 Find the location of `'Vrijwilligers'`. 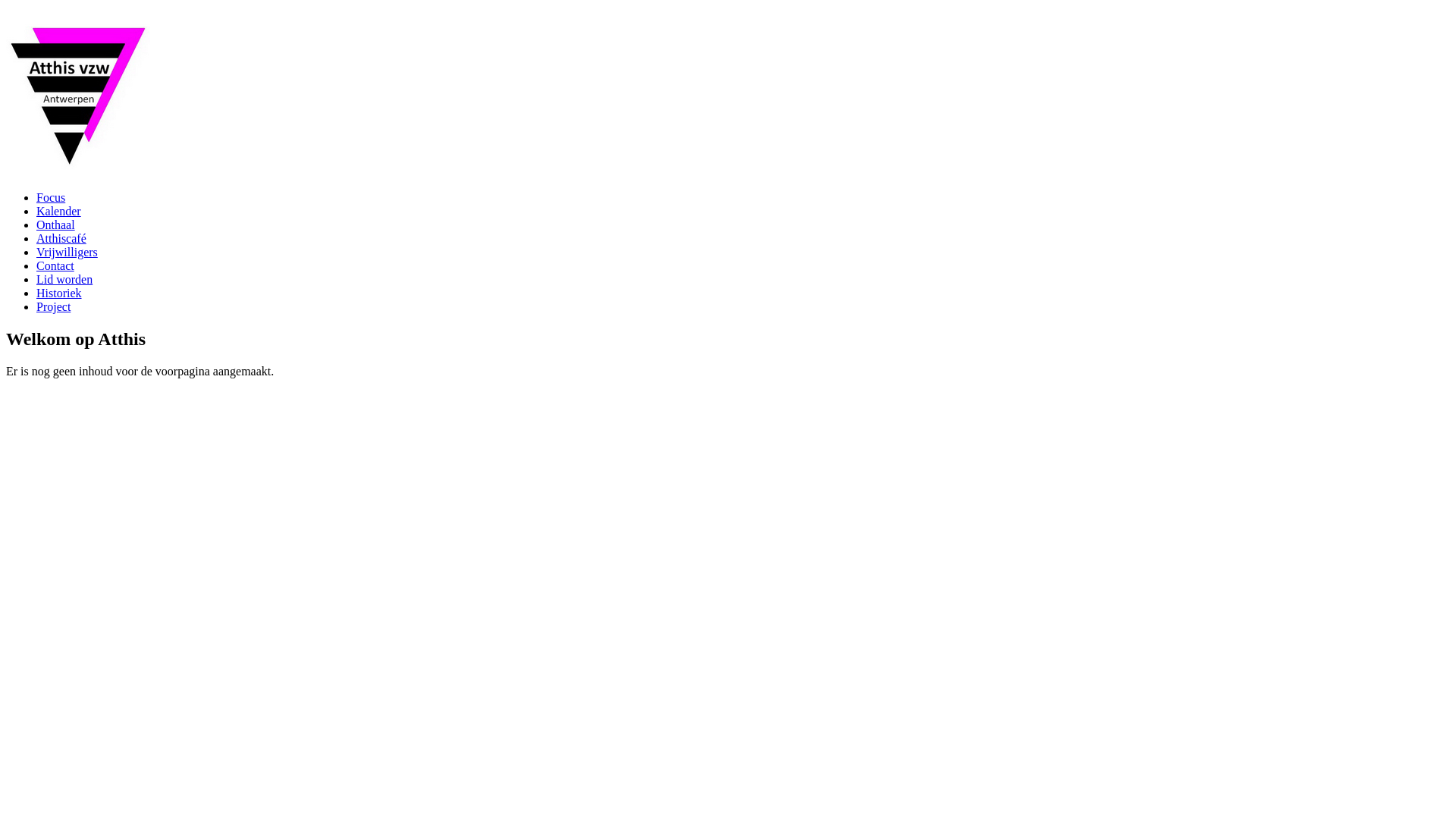

'Vrijwilligers' is located at coordinates (66, 251).